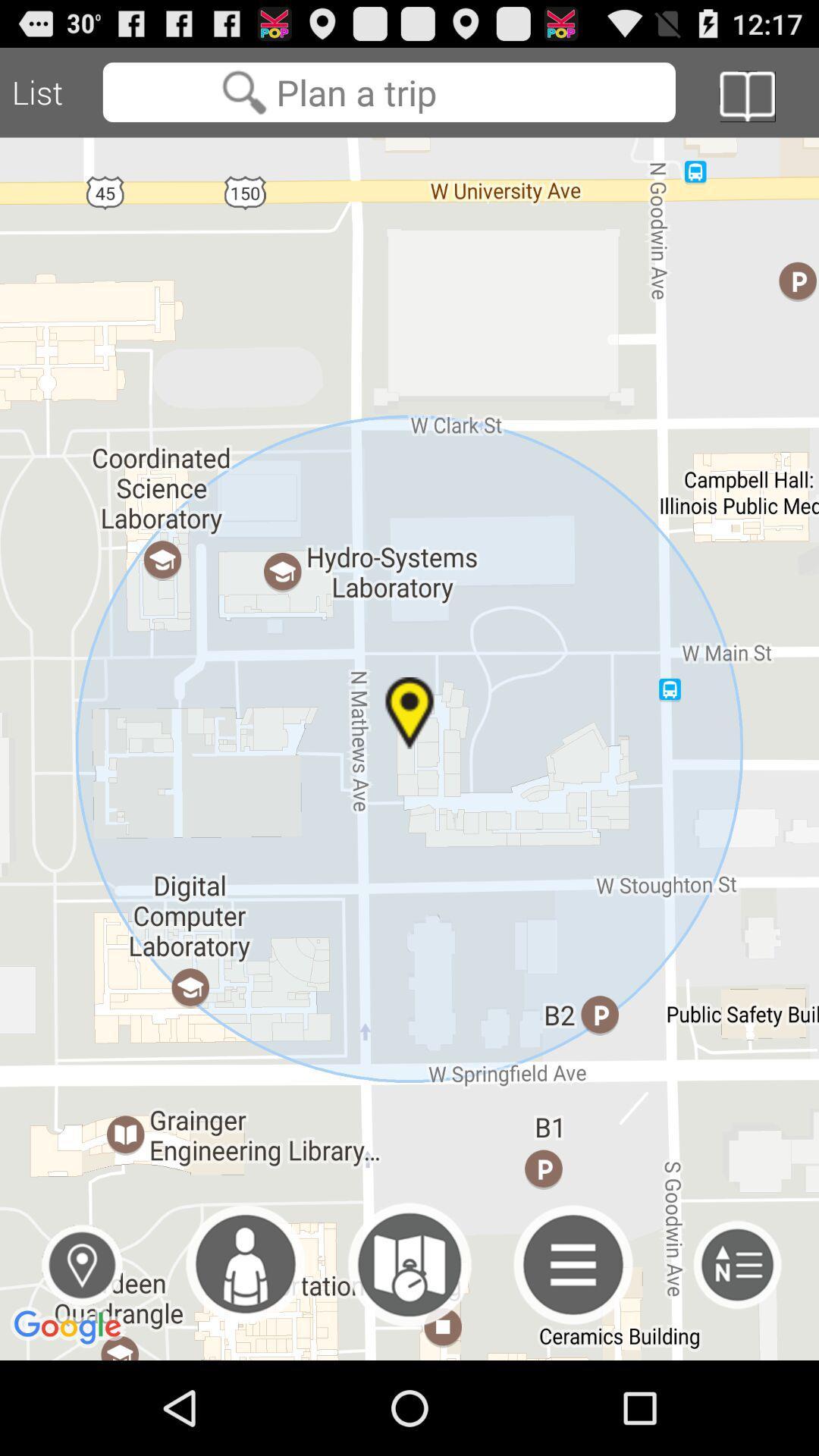 This screenshot has height=1456, width=819. Describe the element at coordinates (409, 748) in the screenshot. I see `the icon below list item` at that location.